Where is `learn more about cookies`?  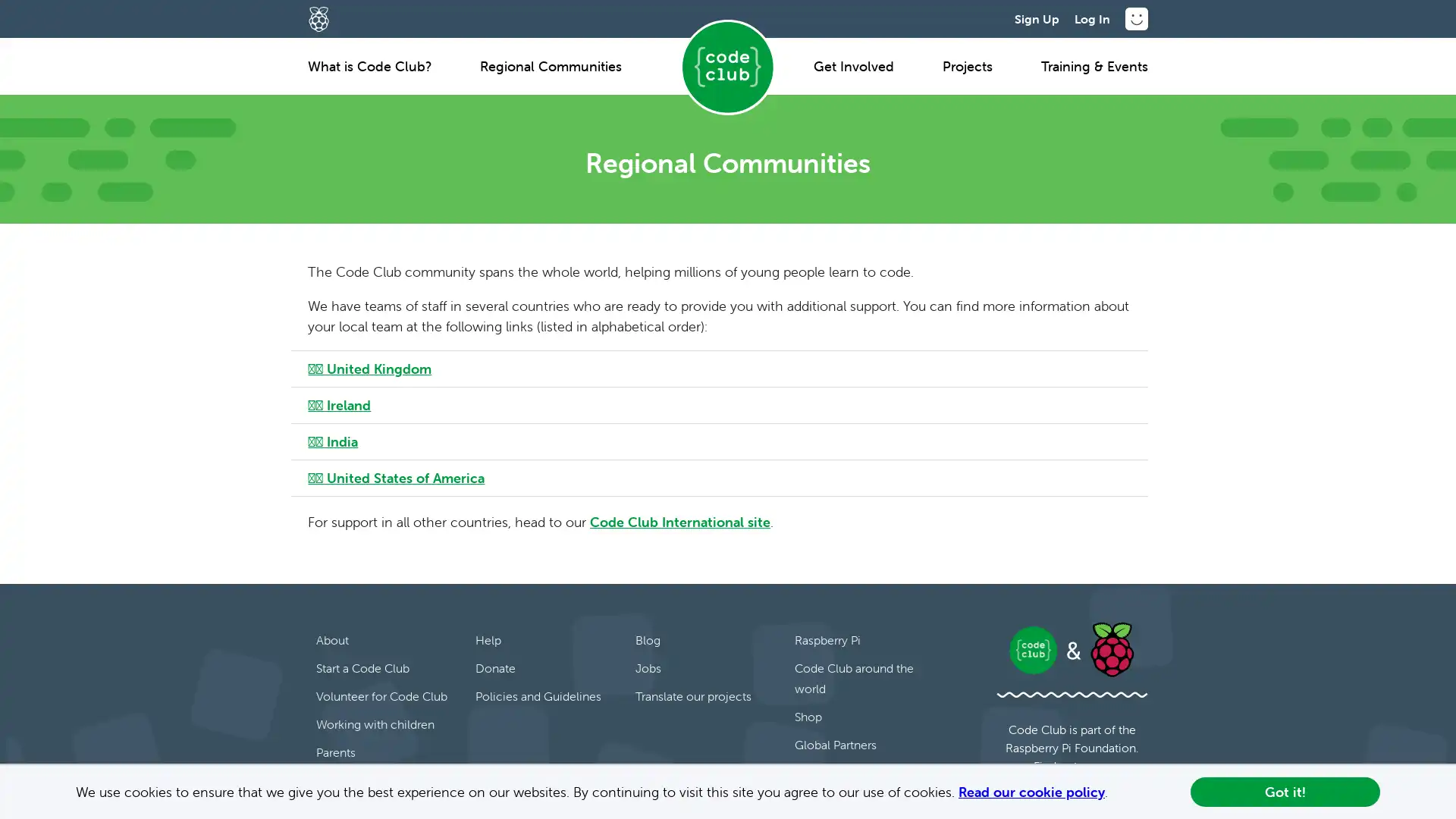 learn more about cookies is located at coordinates (1114, 792).